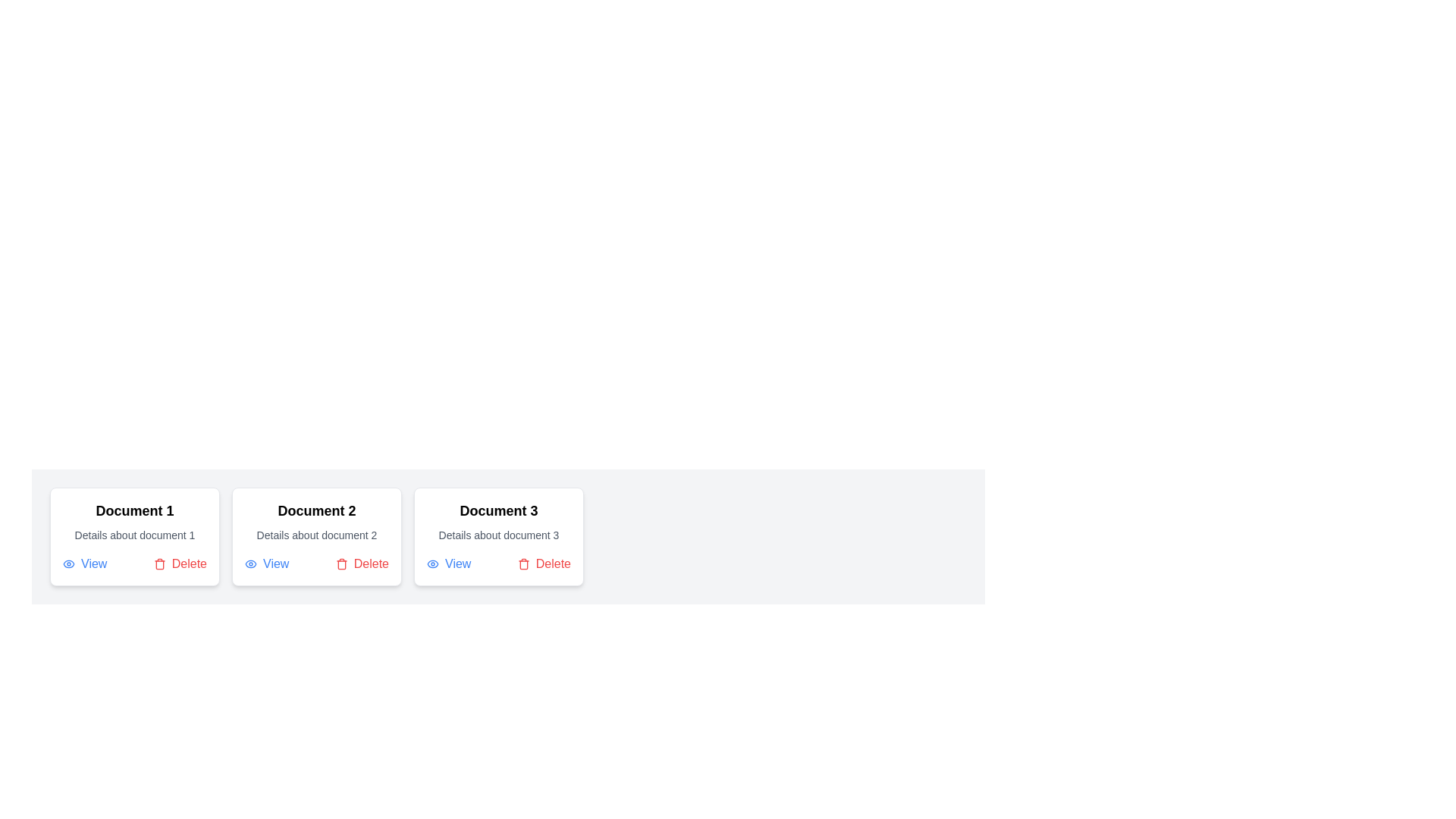 The width and height of the screenshot is (1456, 819). What do you see at coordinates (68, 564) in the screenshot?
I see `the eye-shaped icon representing the view action, located to the left of the 'View' text in the first card labeled 'Document 1'` at bounding box center [68, 564].